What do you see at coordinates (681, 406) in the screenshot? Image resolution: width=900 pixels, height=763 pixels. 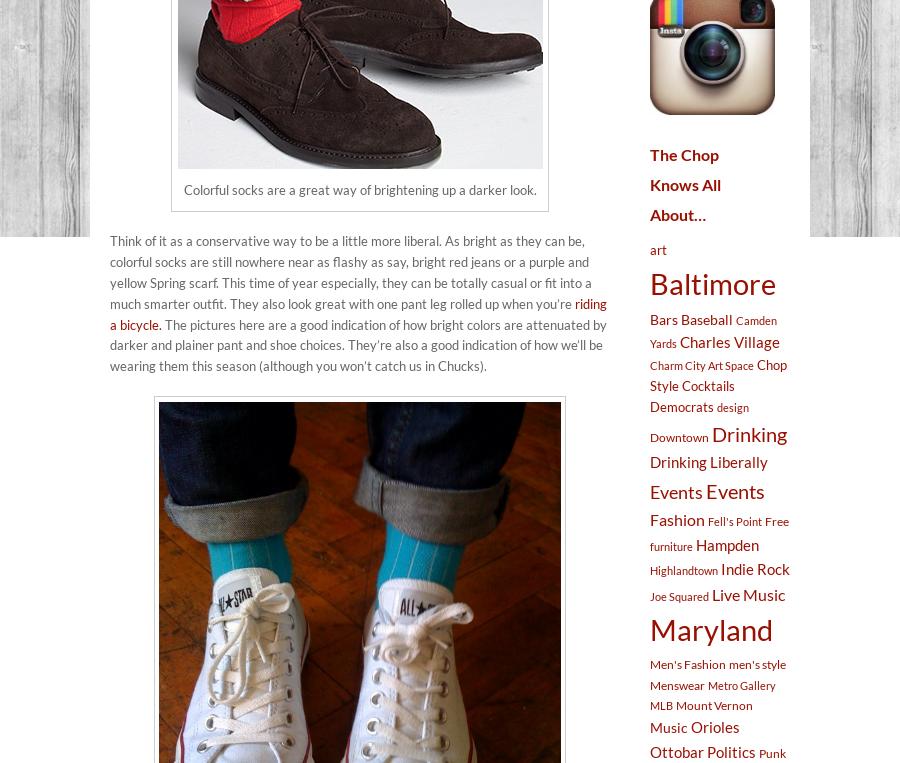 I see `'Democrats'` at bounding box center [681, 406].